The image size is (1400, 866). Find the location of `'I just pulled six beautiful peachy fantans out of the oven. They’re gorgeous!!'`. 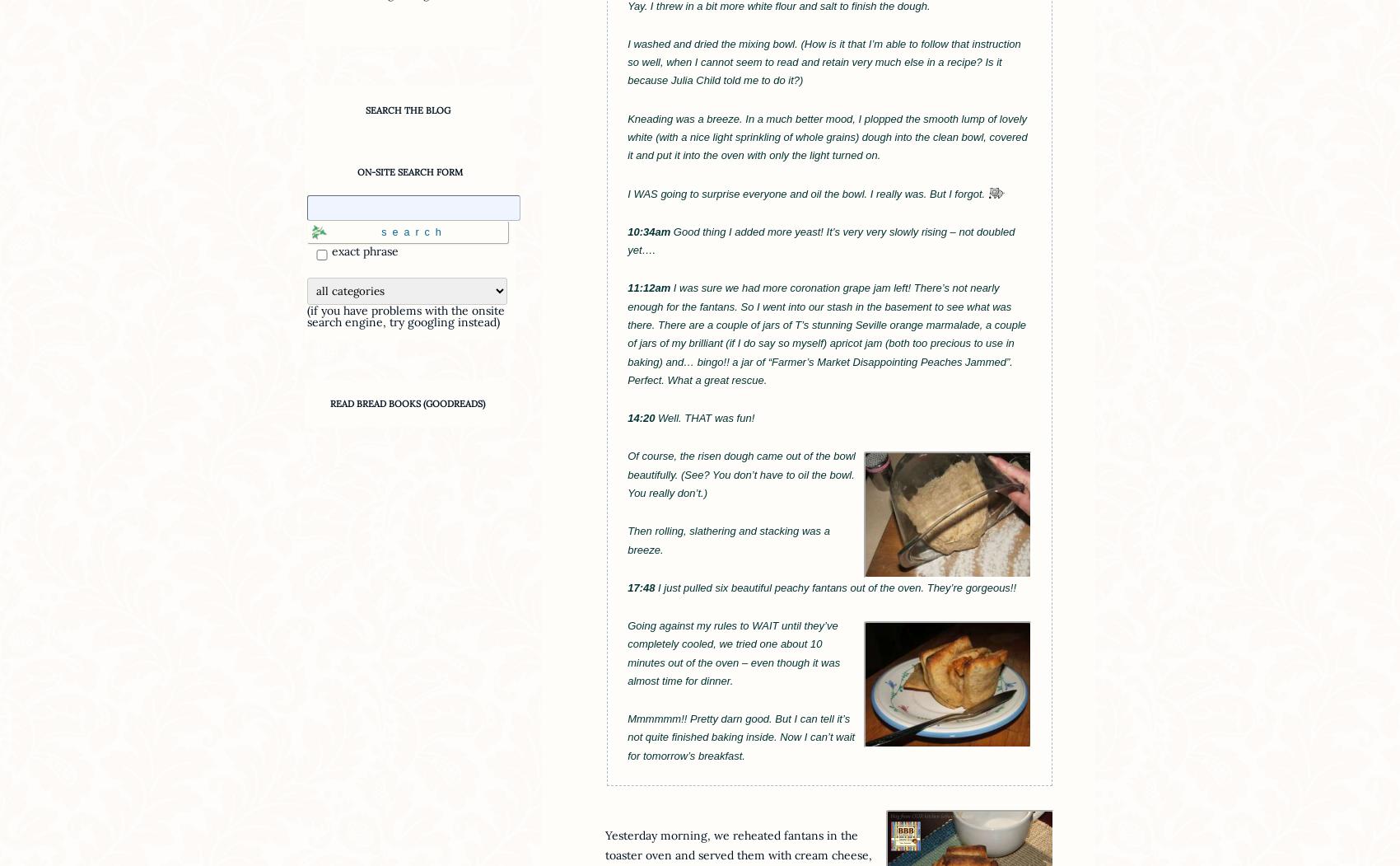

'I just pulled six beautiful peachy fantans out of the oven. They’re gorgeous!!' is located at coordinates (834, 586).